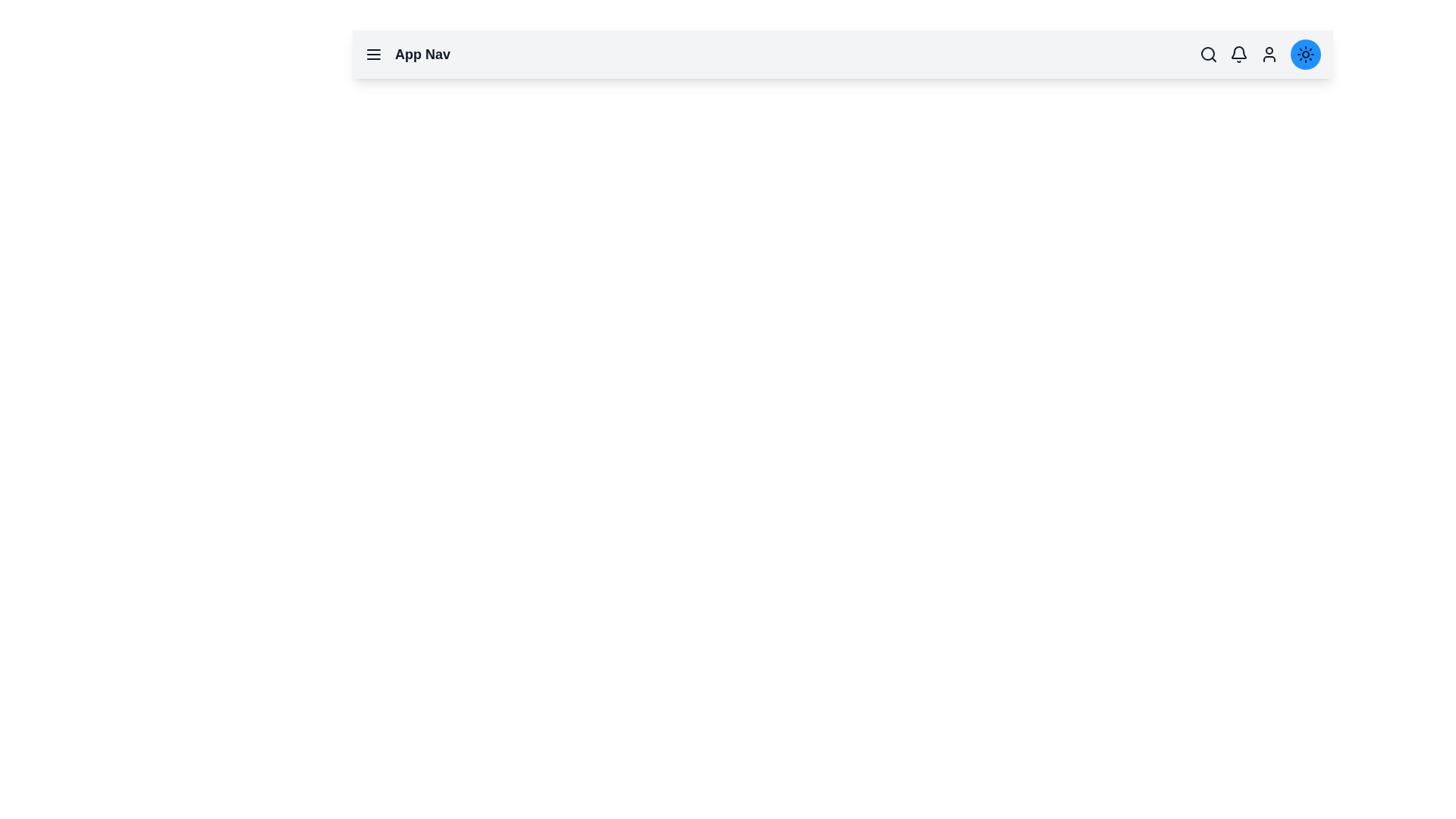 The image size is (1456, 819). I want to click on the menu icon to toggle the menu visibility, so click(374, 54).